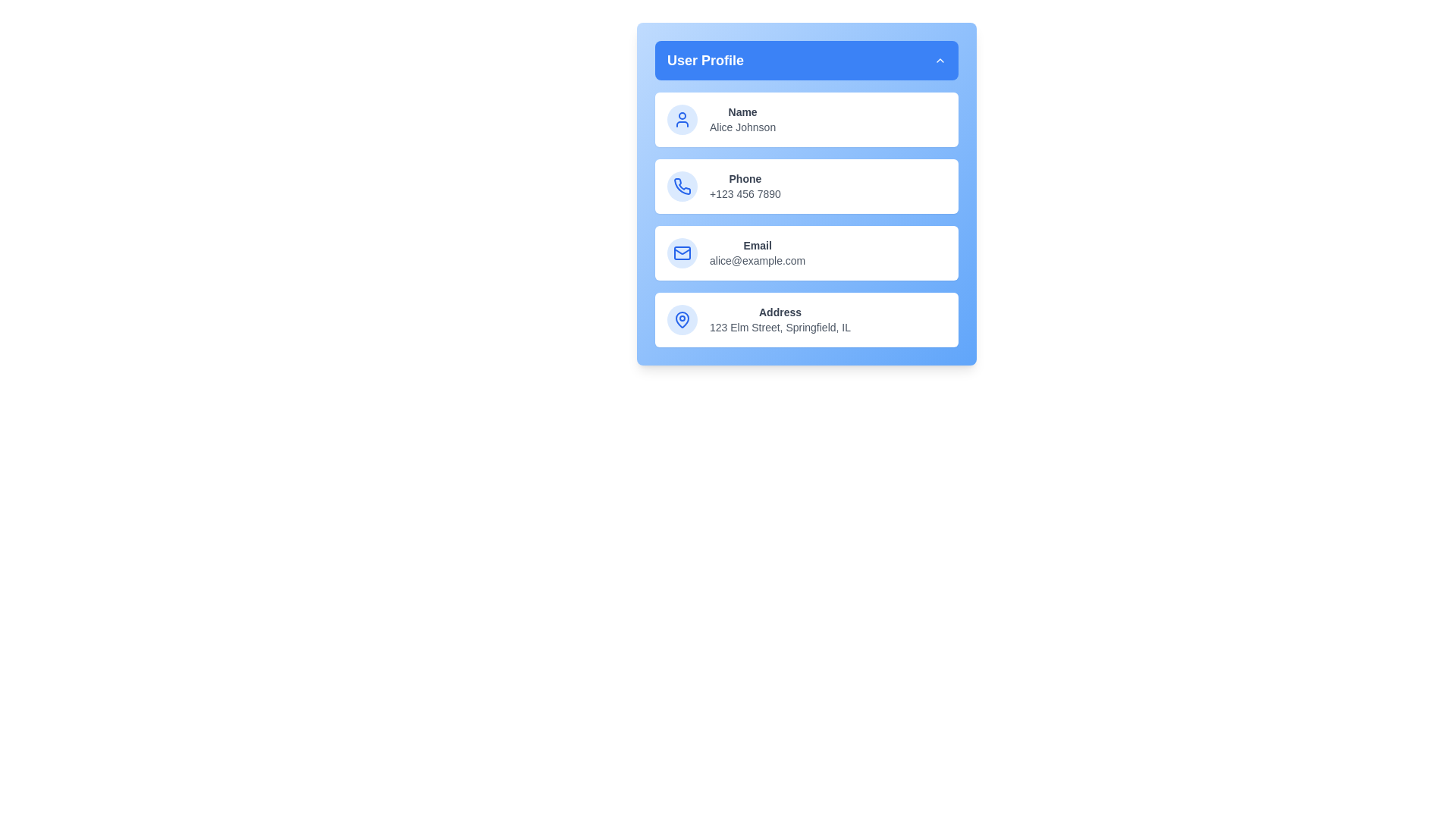 Image resolution: width=1456 pixels, height=819 pixels. I want to click on the static text label or heading that serves as a label for the address information in the user profile card, positioned above the address text and next to the location icon, so click(780, 312).